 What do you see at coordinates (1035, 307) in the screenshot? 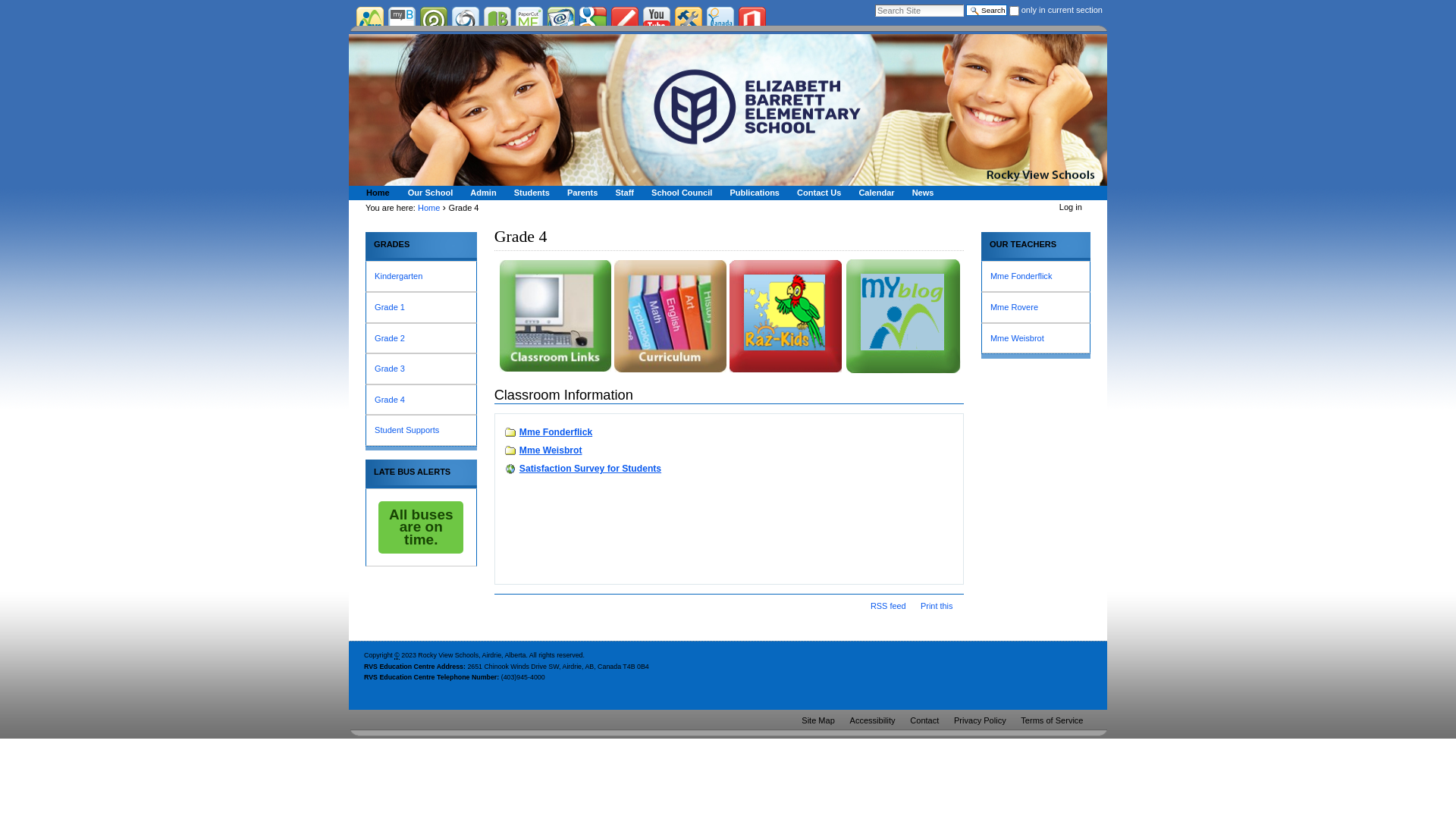
I see `'Mme Rovere'` at bounding box center [1035, 307].